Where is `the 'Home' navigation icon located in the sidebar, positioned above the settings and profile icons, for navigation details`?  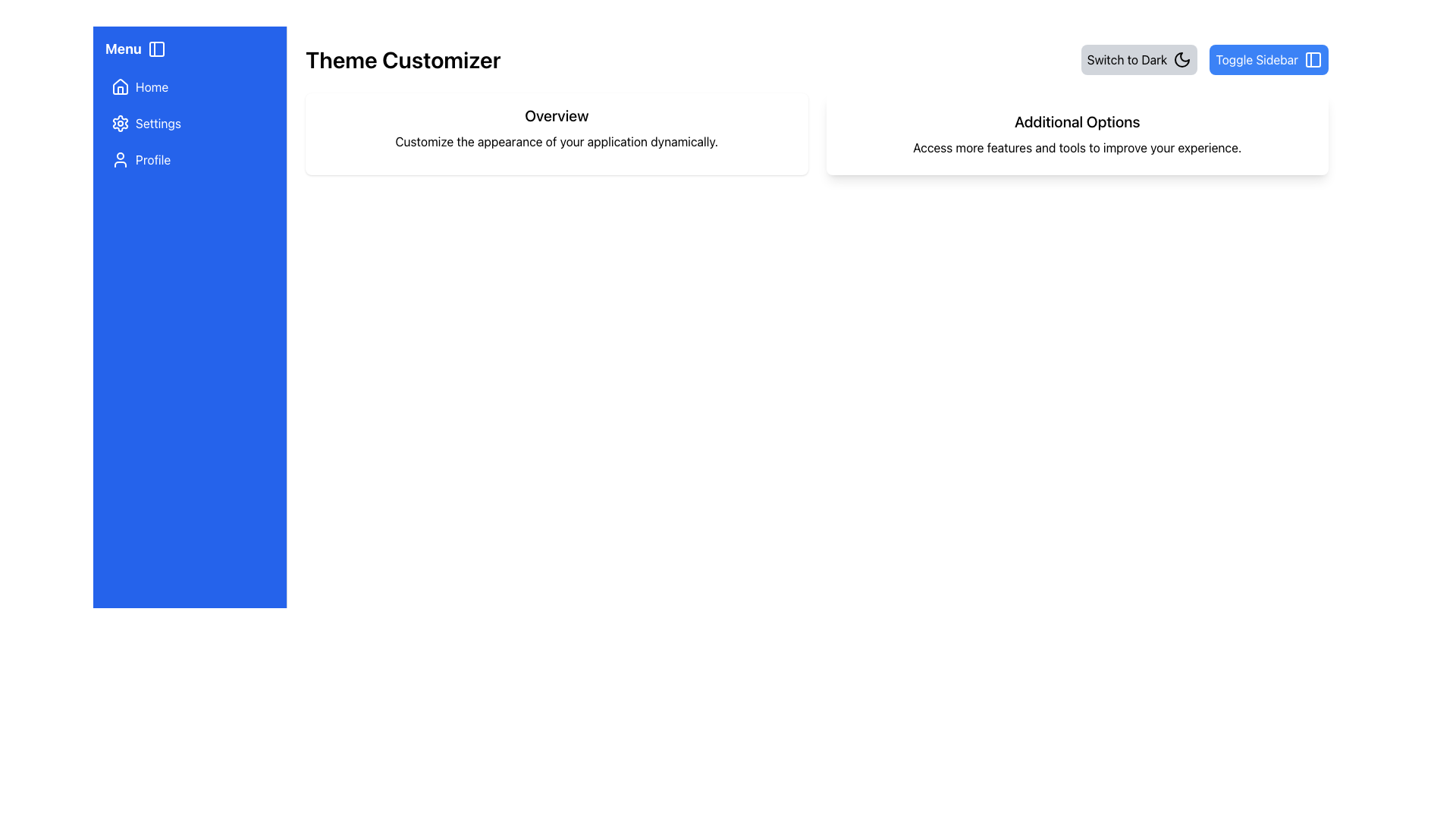 the 'Home' navigation icon located in the sidebar, positioned above the settings and profile icons, for navigation details is located at coordinates (119, 86).